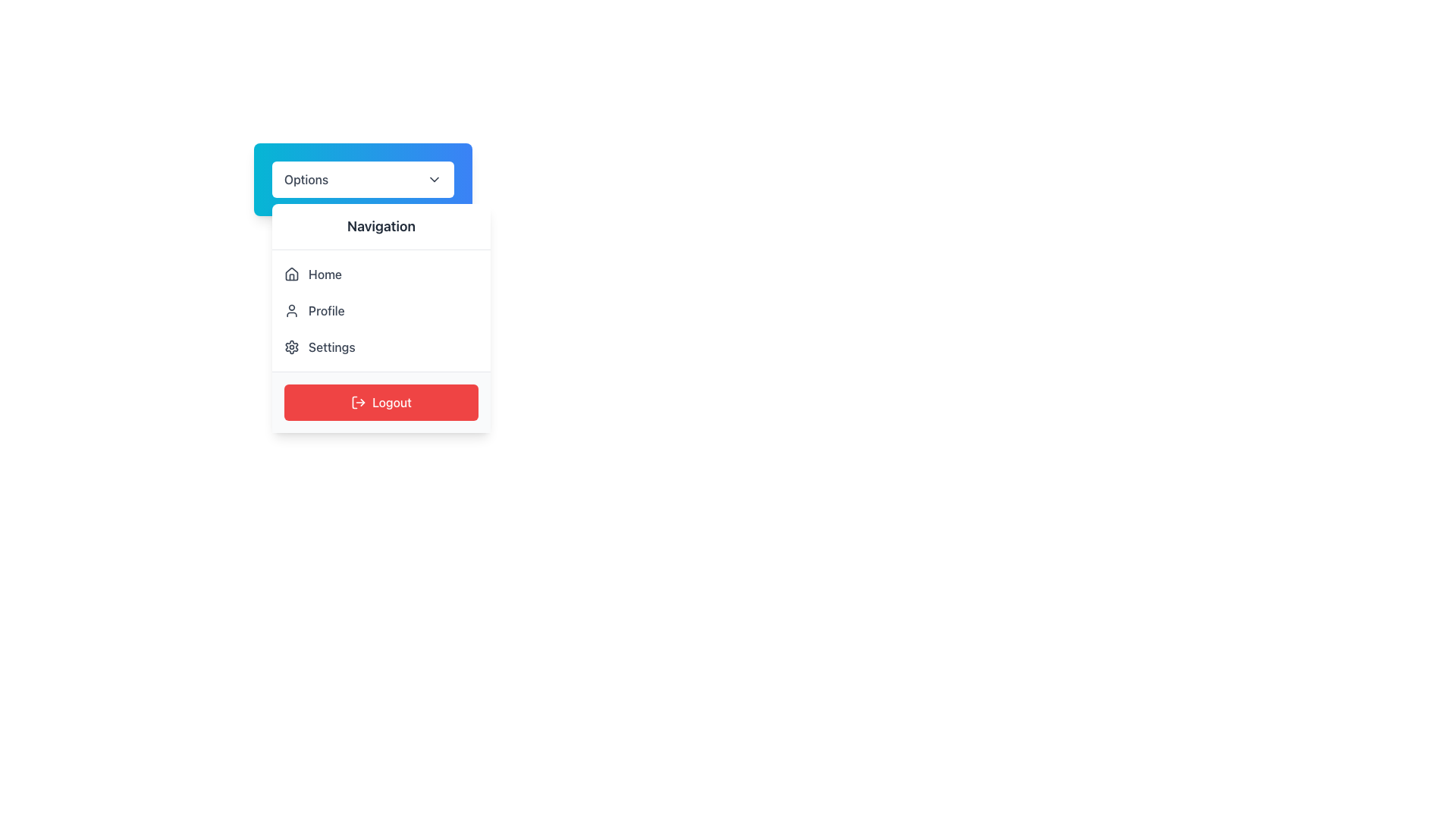 Image resolution: width=1456 pixels, height=819 pixels. What do you see at coordinates (433, 178) in the screenshot?
I see `the downward-facing chevron icon on the far right of the 'Options' button` at bounding box center [433, 178].